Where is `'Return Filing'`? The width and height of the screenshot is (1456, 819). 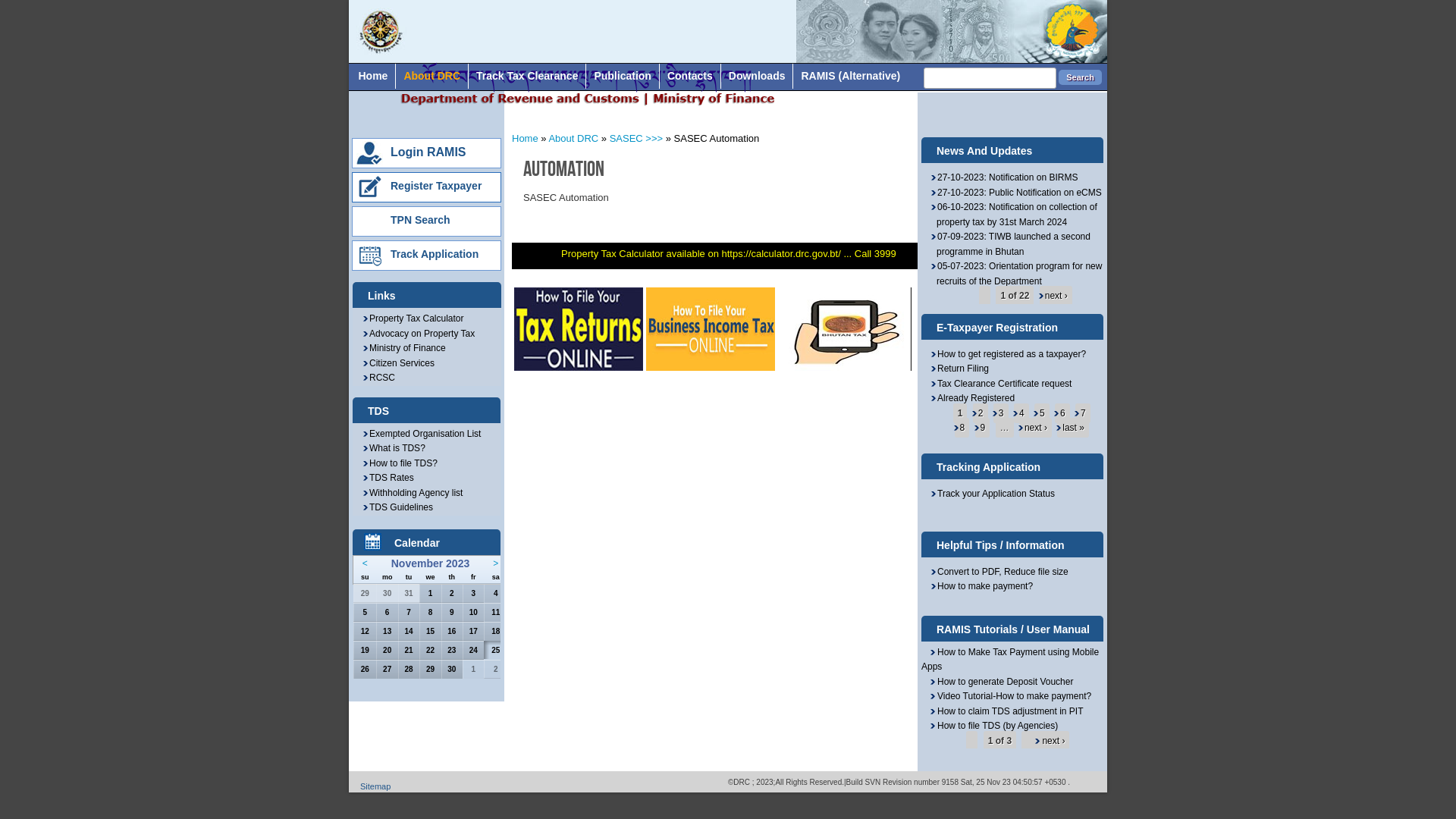 'Return Filing' is located at coordinates (928, 369).